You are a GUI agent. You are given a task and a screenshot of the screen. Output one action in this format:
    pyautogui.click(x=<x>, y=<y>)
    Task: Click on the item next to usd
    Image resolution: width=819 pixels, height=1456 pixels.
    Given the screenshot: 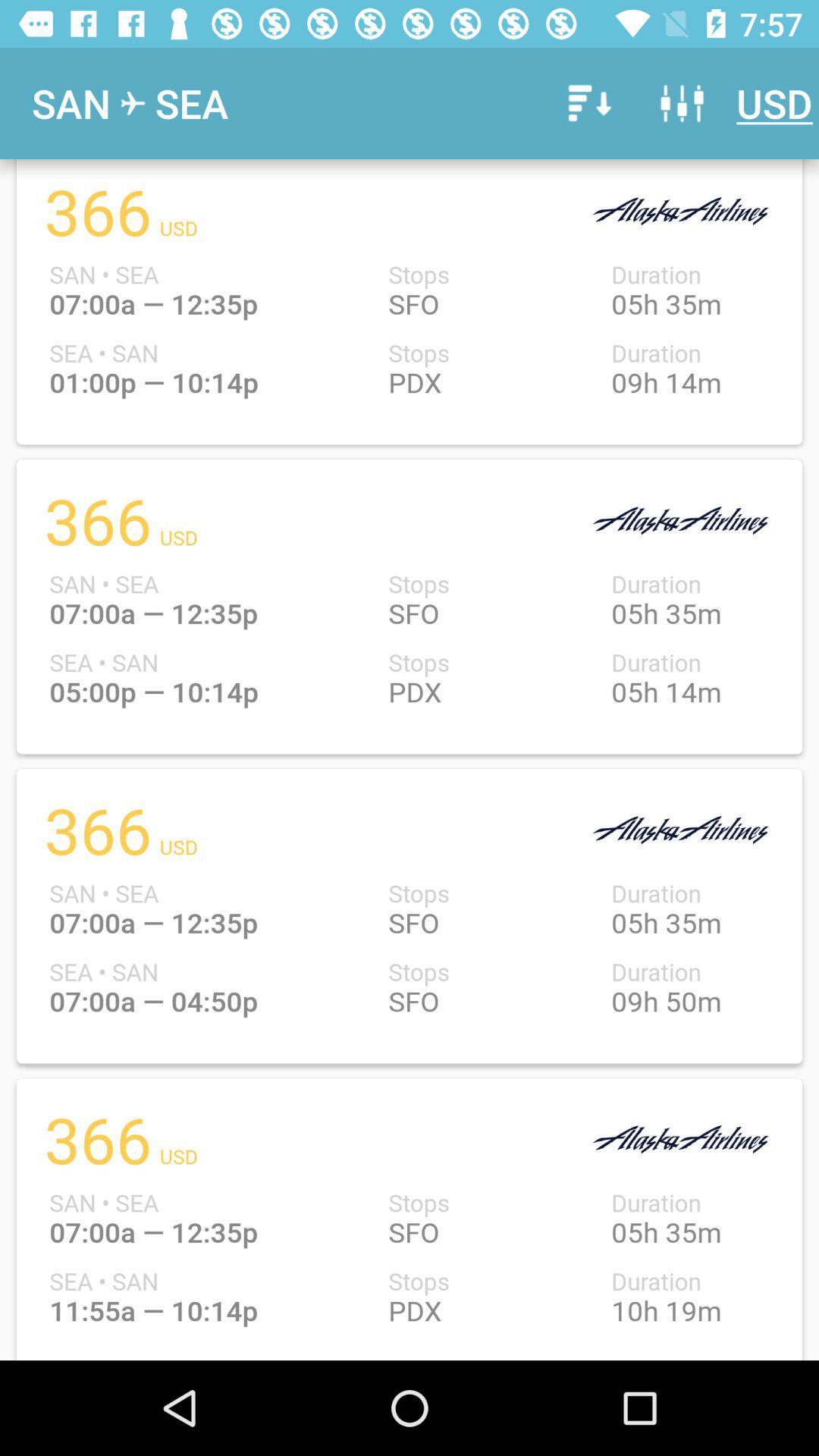 What is the action you would take?
    pyautogui.click(x=681, y=102)
    